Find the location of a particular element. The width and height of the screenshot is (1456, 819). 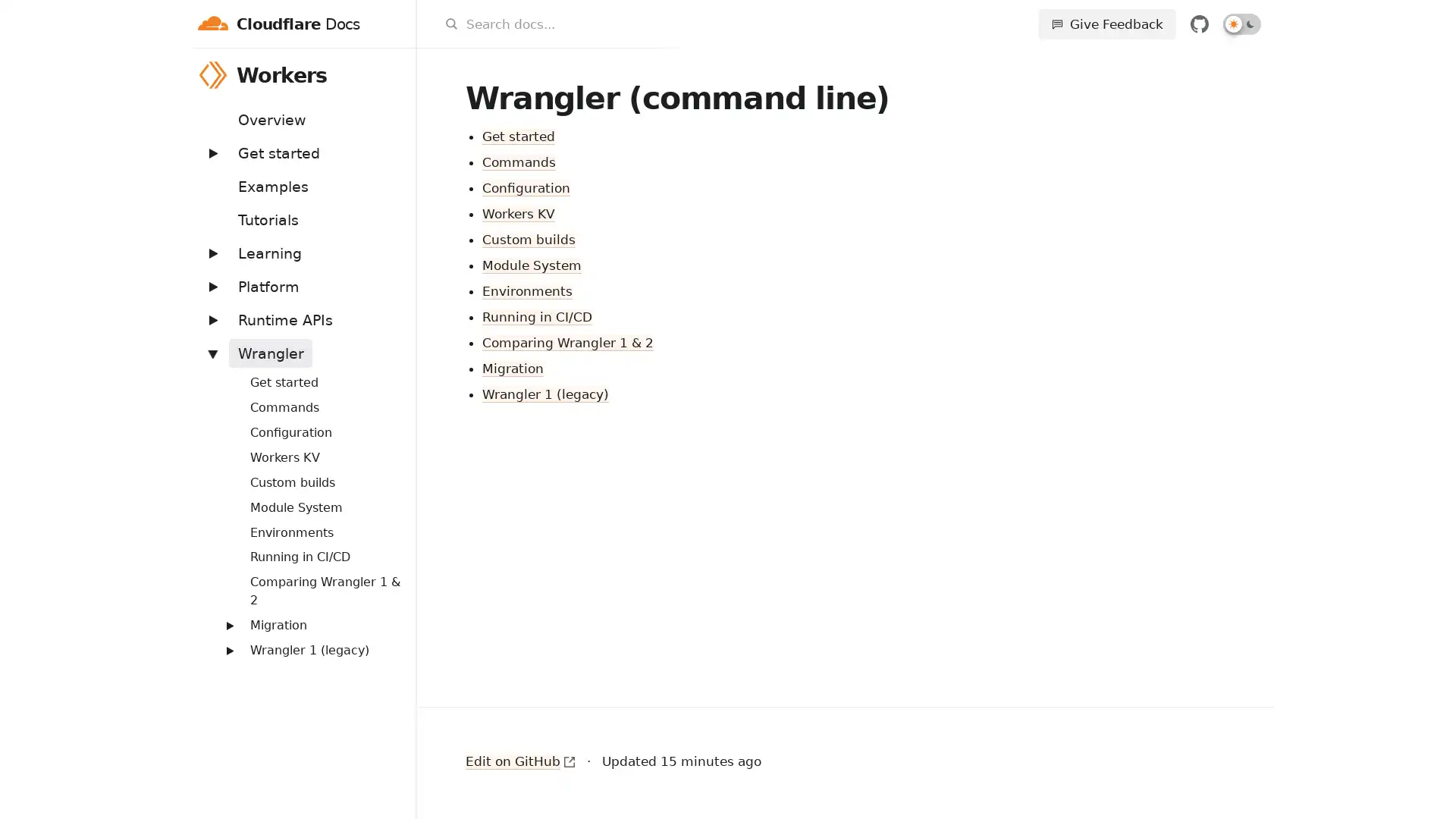

Give Feedback is located at coordinates (1106, 24).